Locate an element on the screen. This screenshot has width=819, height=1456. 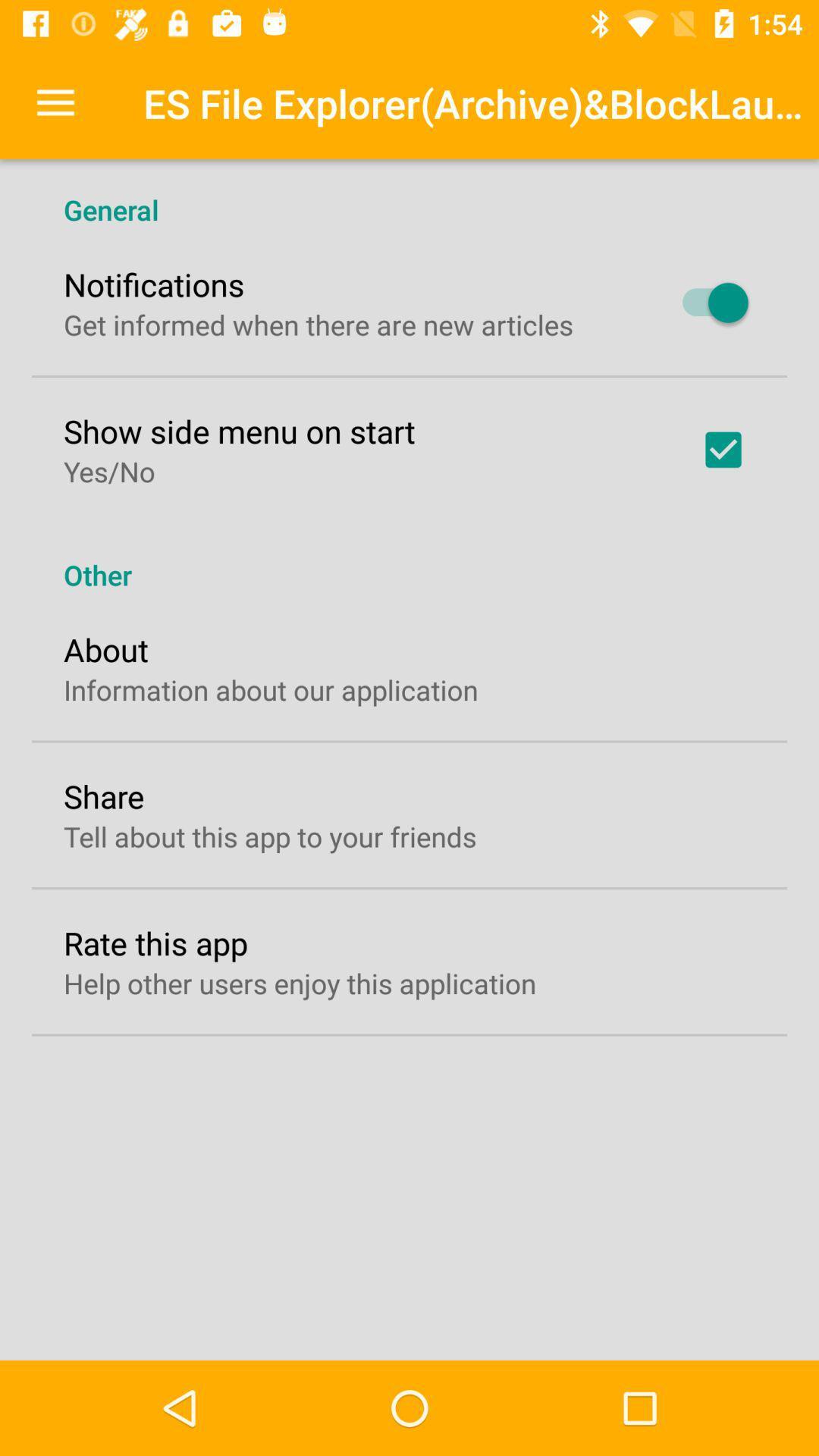
the item next to get informed when item is located at coordinates (708, 303).